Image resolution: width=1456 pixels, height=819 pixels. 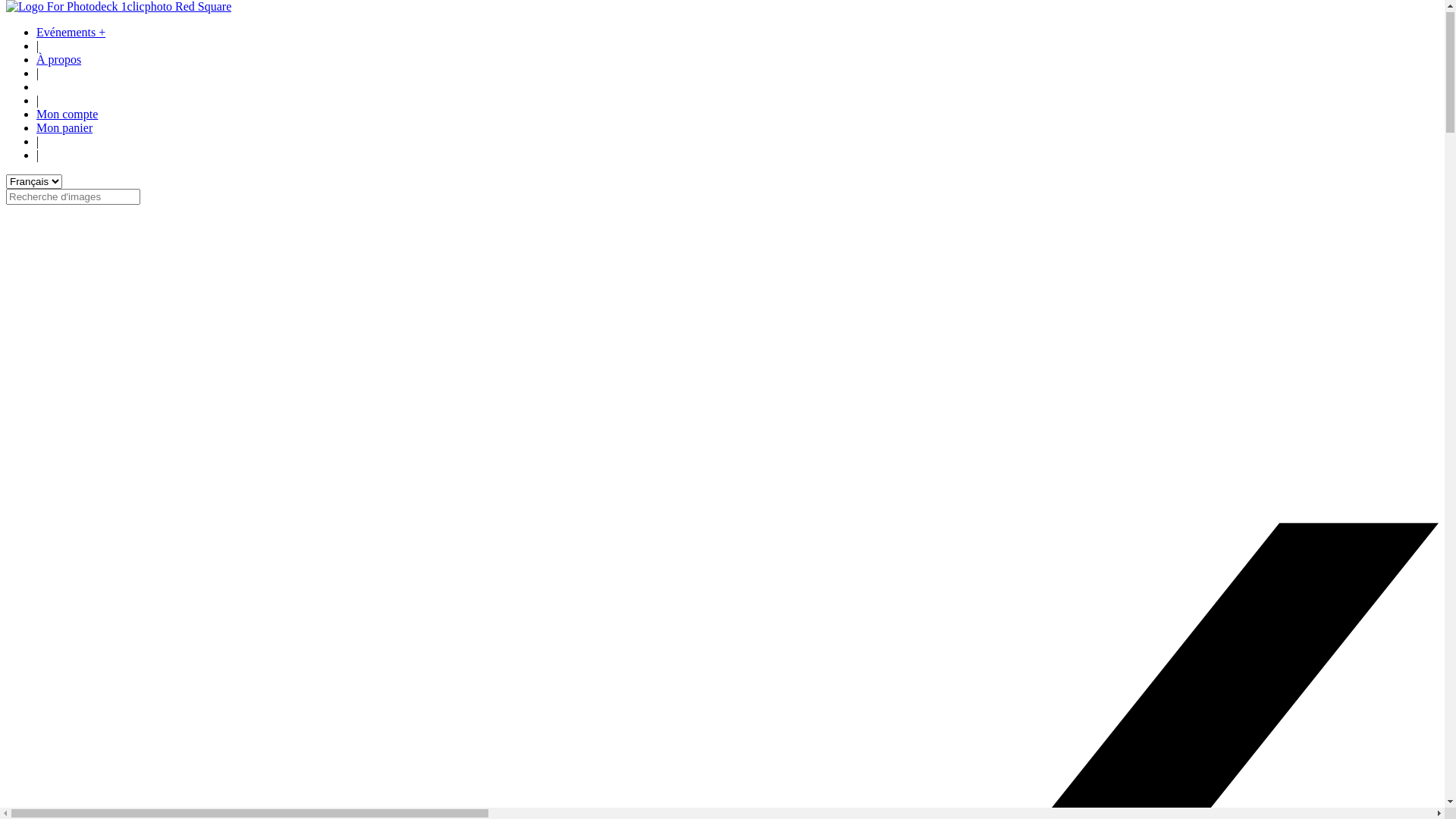 I want to click on 'Mon compte', so click(x=66, y=119).